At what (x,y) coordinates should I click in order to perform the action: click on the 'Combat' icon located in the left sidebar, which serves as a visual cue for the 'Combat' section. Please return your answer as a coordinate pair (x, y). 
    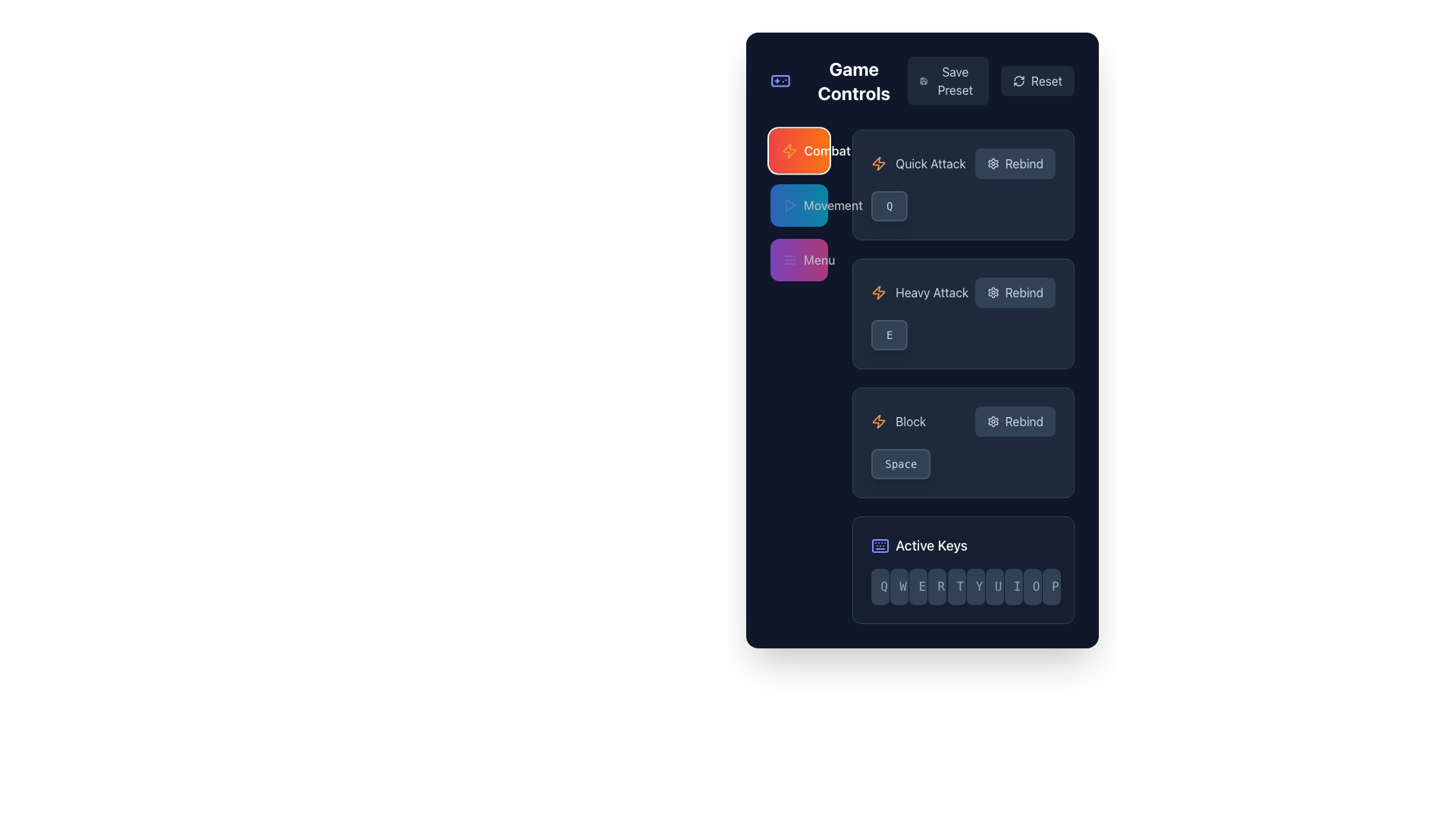
    Looking at the image, I should click on (789, 151).